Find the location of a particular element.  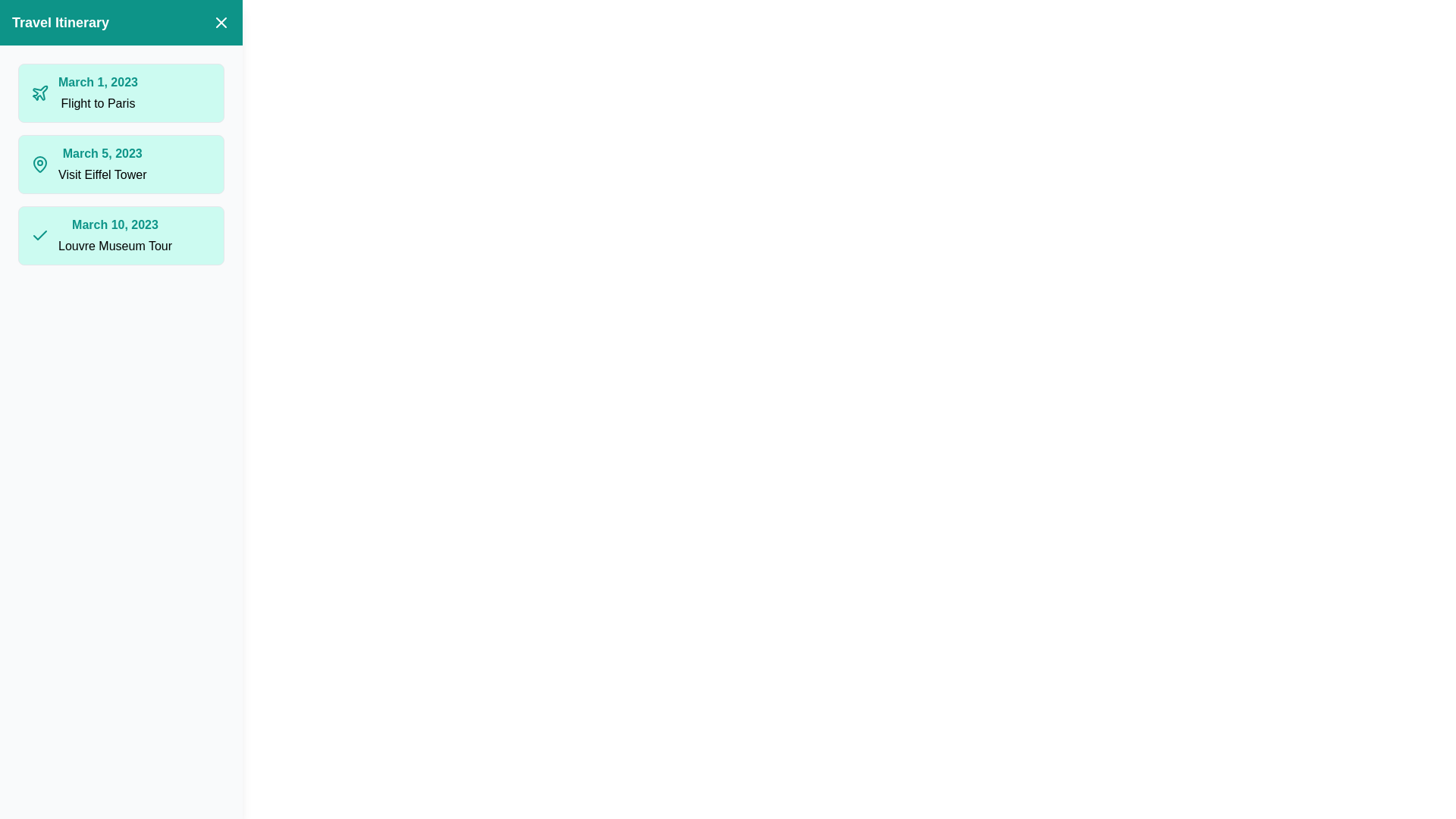

toggle button at the top-left corner to toggle the drawer's visibility is located at coordinates (30, 30).